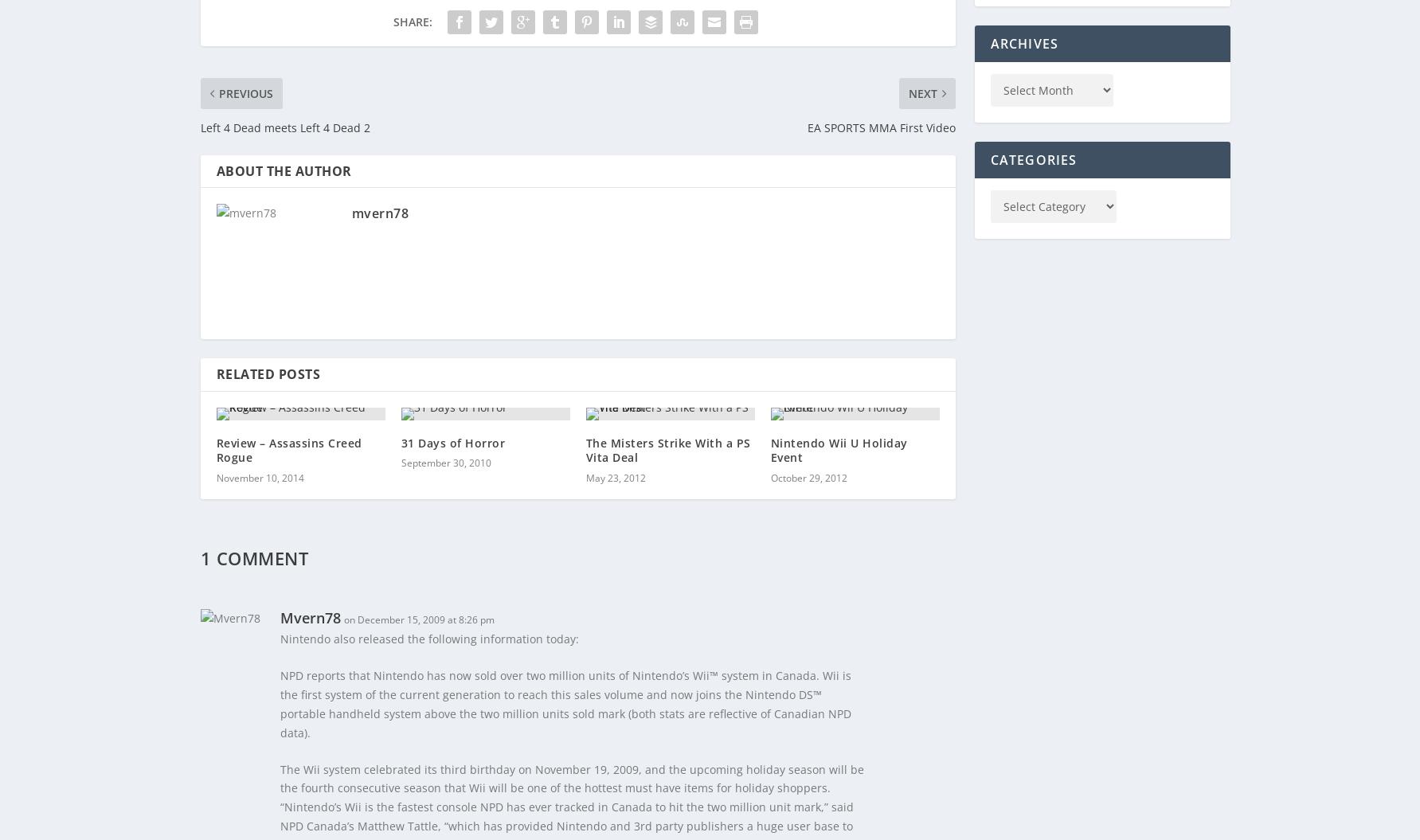  What do you see at coordinates (309, 616) in the screenshot?
I see `'Mvern78'` at bounding box center [309, 616].